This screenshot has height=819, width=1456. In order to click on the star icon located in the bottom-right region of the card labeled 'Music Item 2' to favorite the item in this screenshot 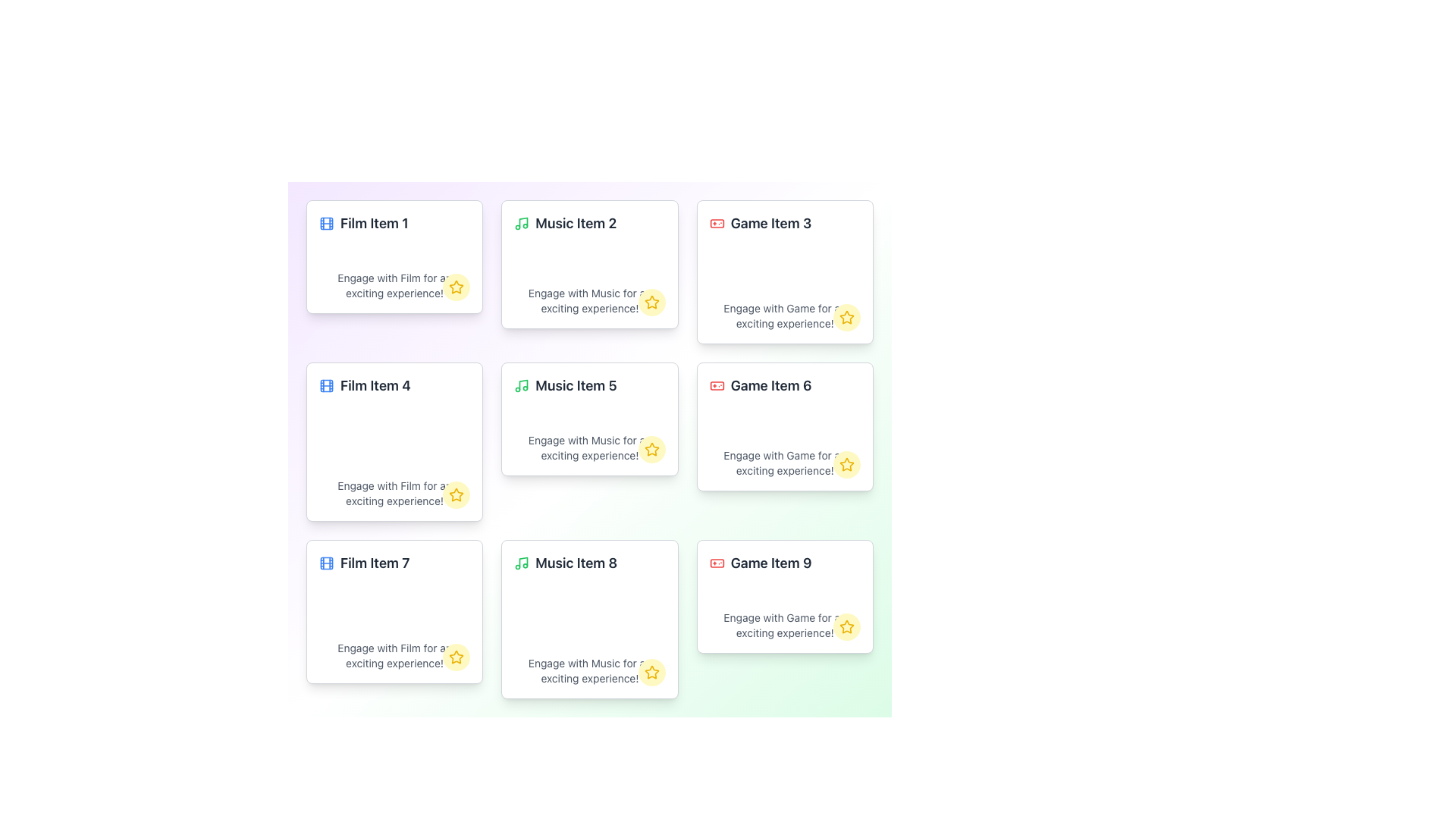, I will do `click(651, 302)`.